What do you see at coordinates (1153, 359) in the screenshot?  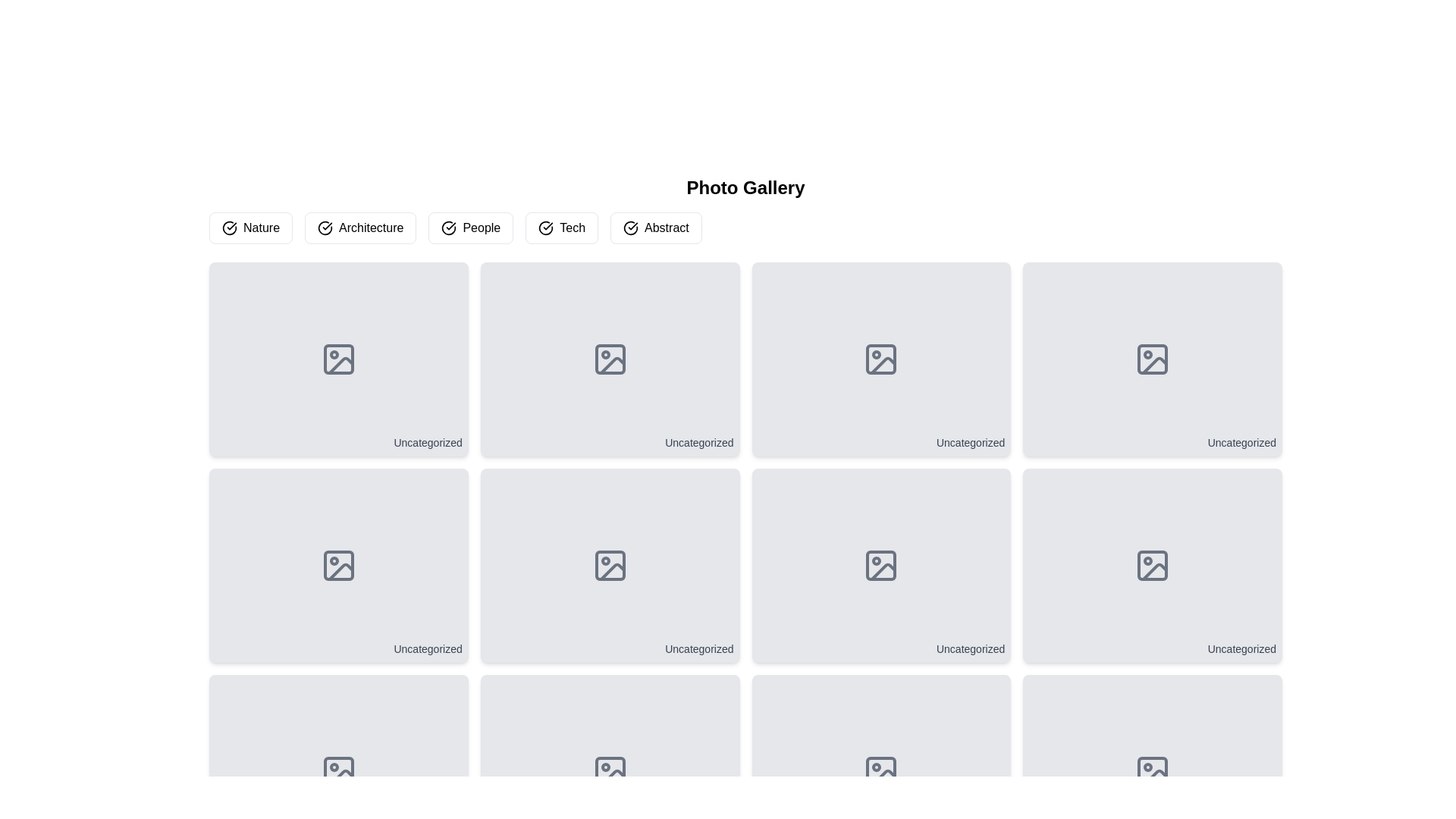 I see `the card marked as 'Uncategorized' located in the fourth column of the first row within the grid layout` at bounding box center [1153, 359].